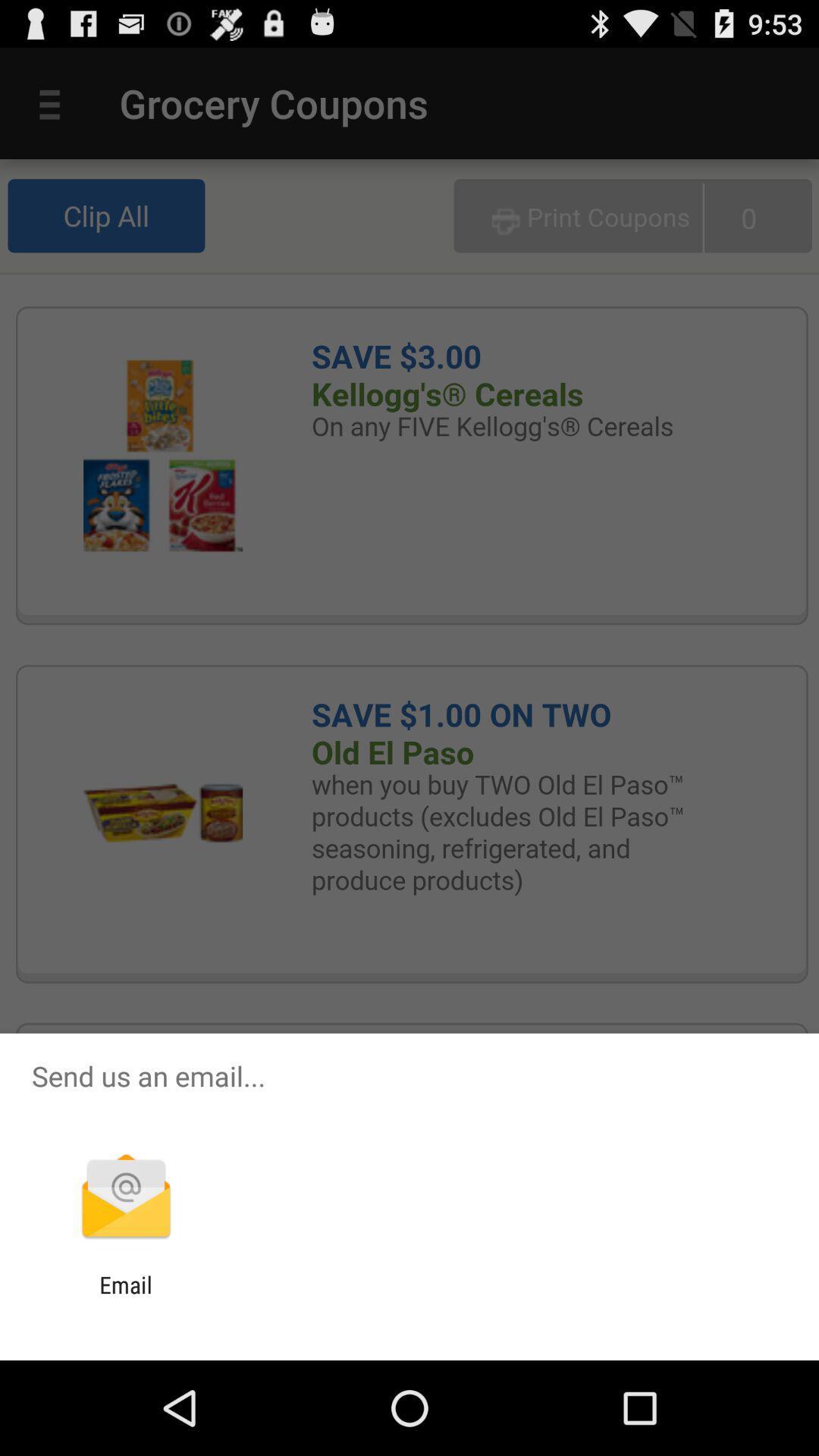 The width and height of the screenshot is (819, 1456). What do you see at coordinates (125, 1197) in the screenshot?
I see `app below send us an` at bounding box center [125, 1197].